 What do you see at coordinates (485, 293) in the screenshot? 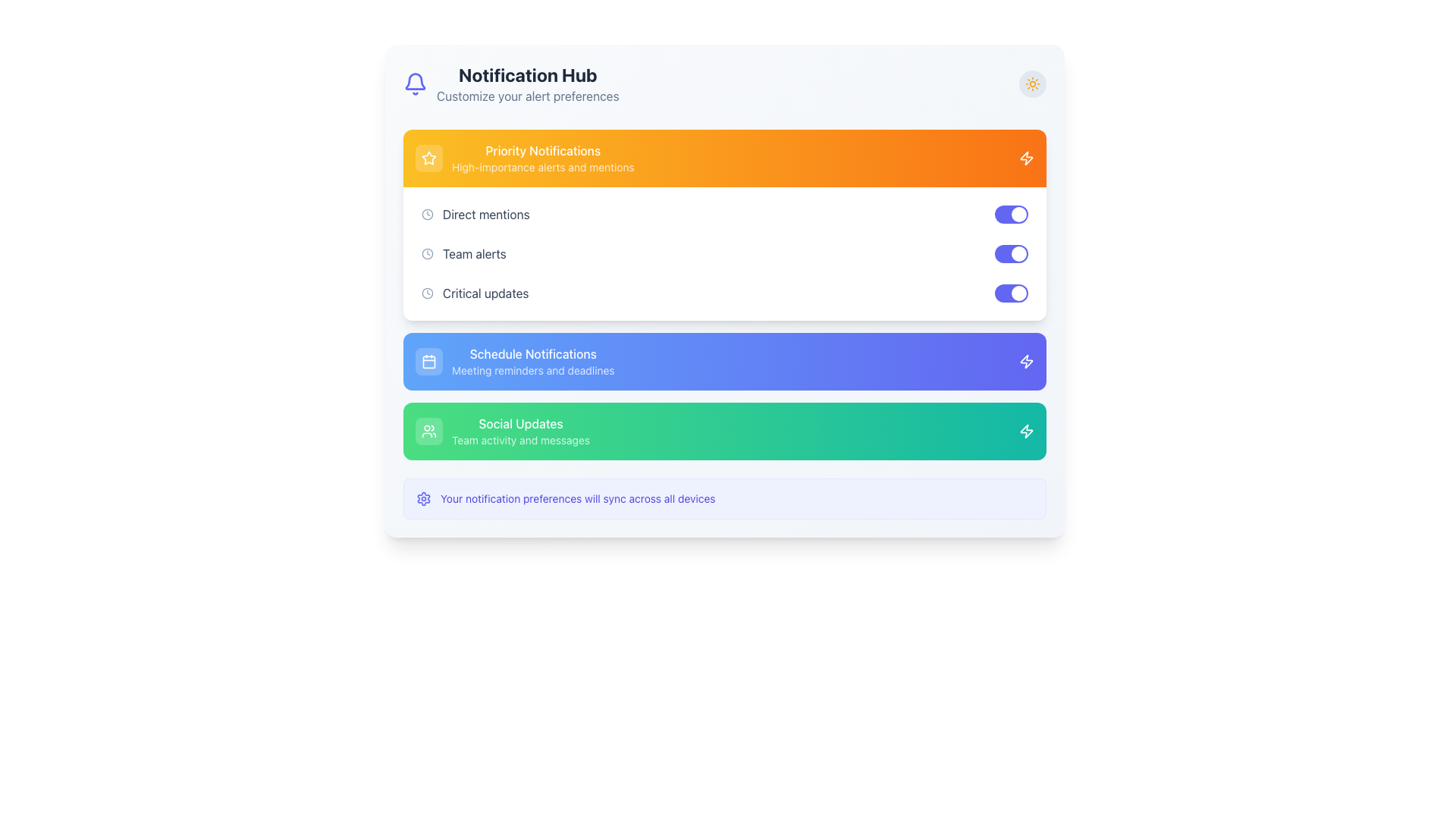
I see `the 'Critical updates' Text Label` at bounding box center [485, 293].